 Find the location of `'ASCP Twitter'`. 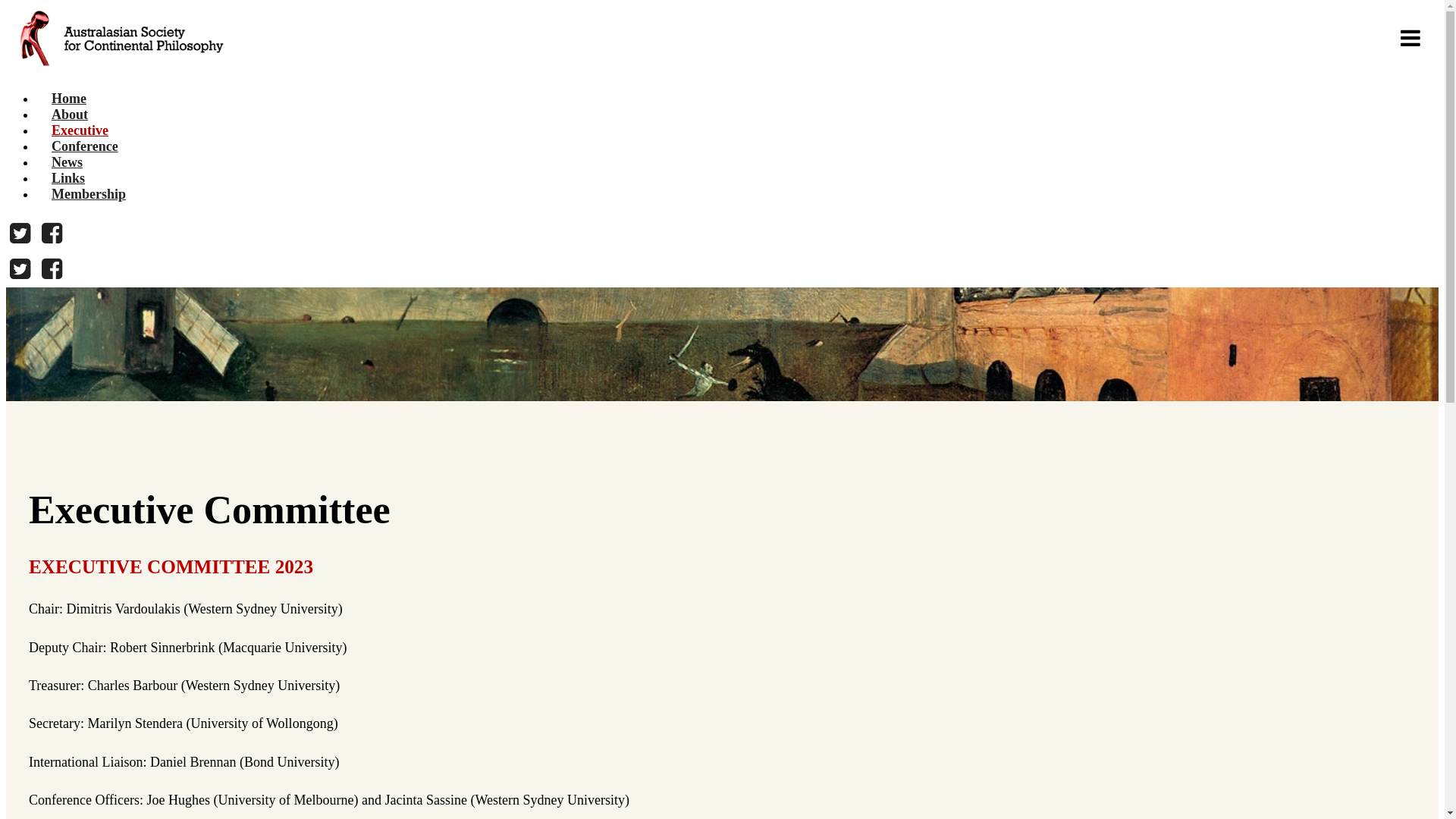

'ASCP Twitter' is located at coordinates (20, 234).